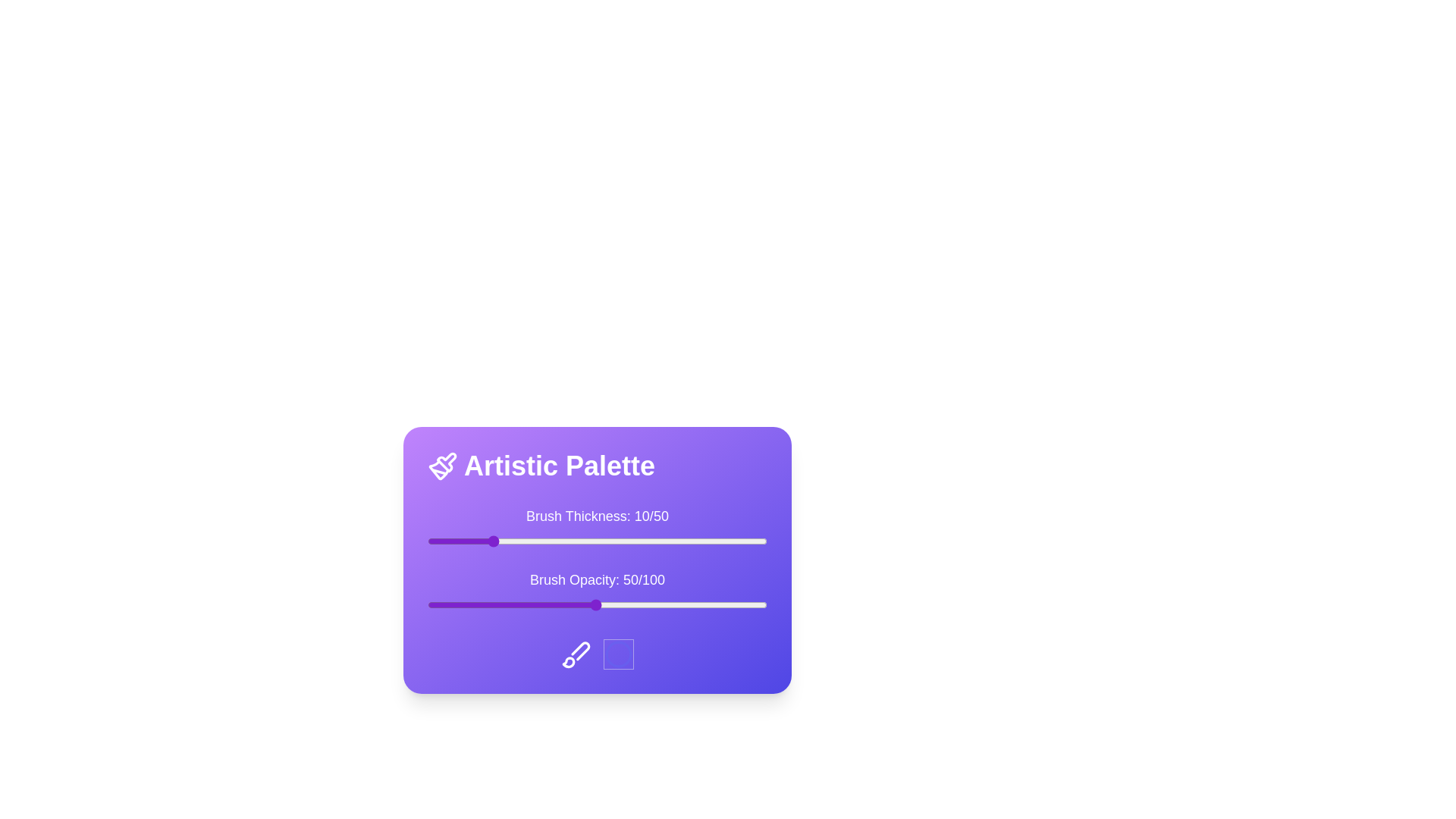 Image resolution: width=1456 pixels, height=819 pixels. Describe the element at coordinates (725, 604) in the screenshot. I see `the 'Brush Opacity' slider to set the opacity to 88%` at that location.